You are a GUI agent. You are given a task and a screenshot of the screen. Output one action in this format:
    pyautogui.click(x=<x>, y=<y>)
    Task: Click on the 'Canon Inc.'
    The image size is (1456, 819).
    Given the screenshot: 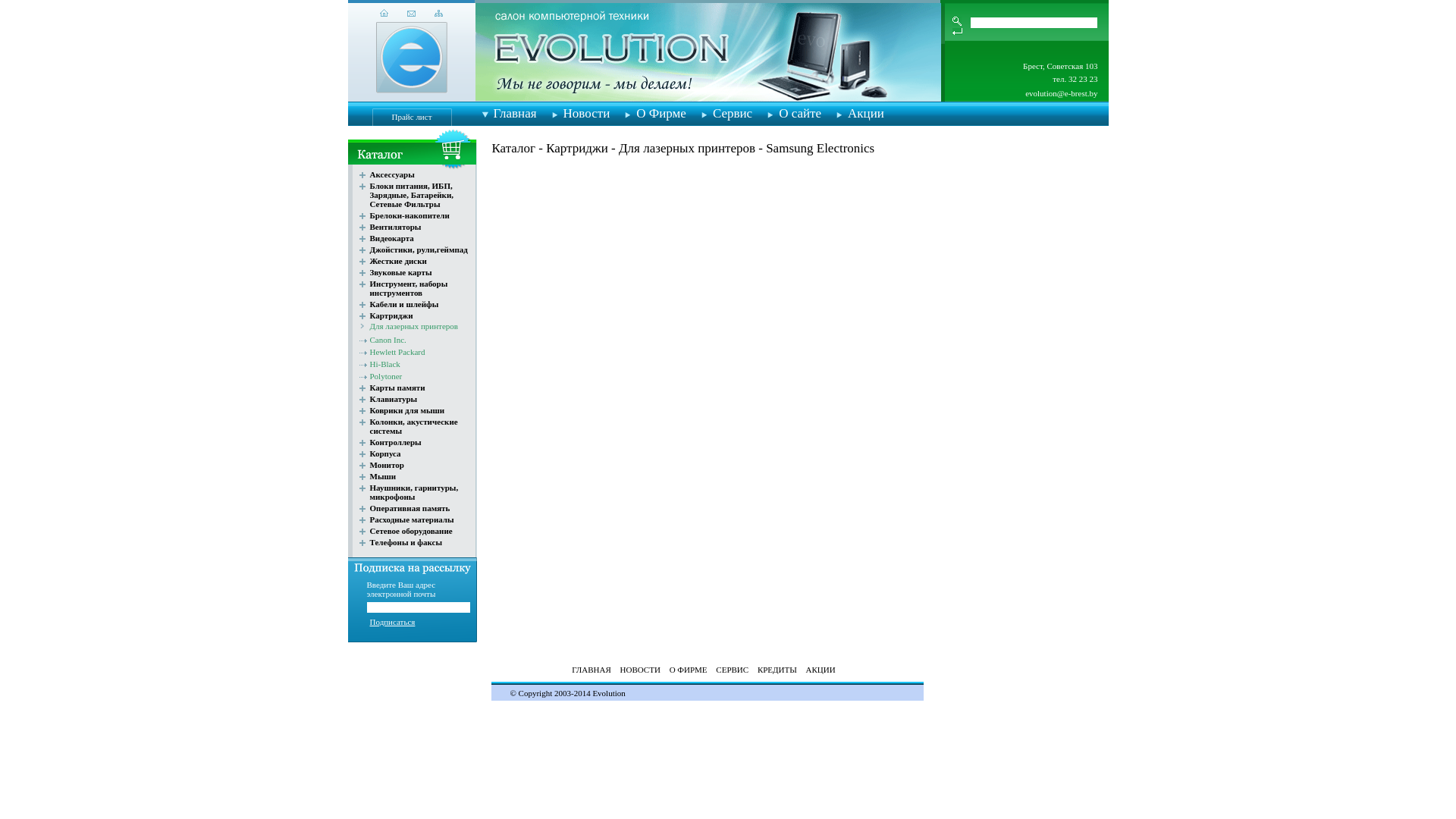 What is the action you would take?
    pyautogui.click(x=388, y=338)
    